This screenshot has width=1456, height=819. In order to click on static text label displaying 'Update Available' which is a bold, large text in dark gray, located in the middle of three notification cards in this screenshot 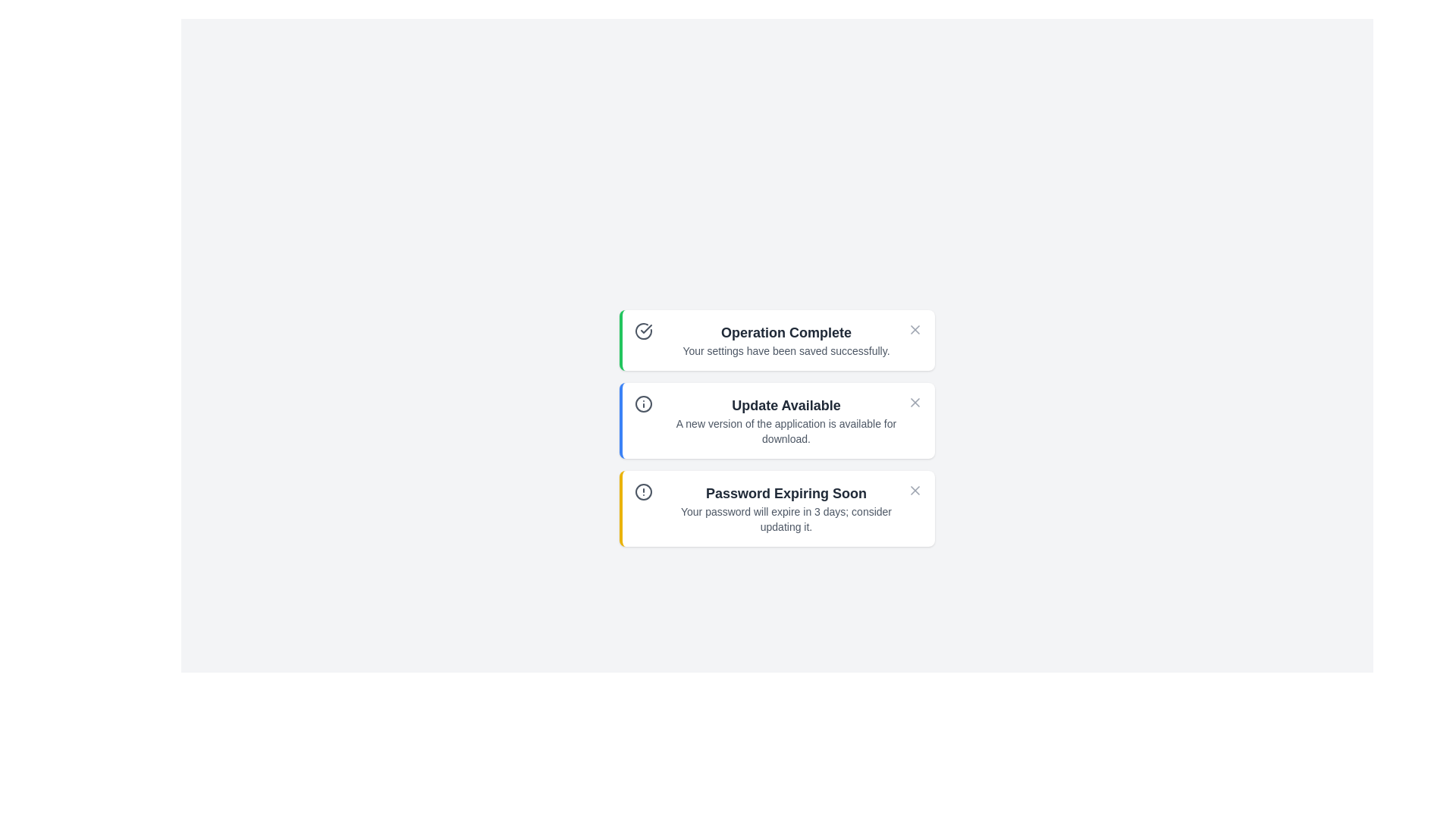, I will do `click(786, 405)`.